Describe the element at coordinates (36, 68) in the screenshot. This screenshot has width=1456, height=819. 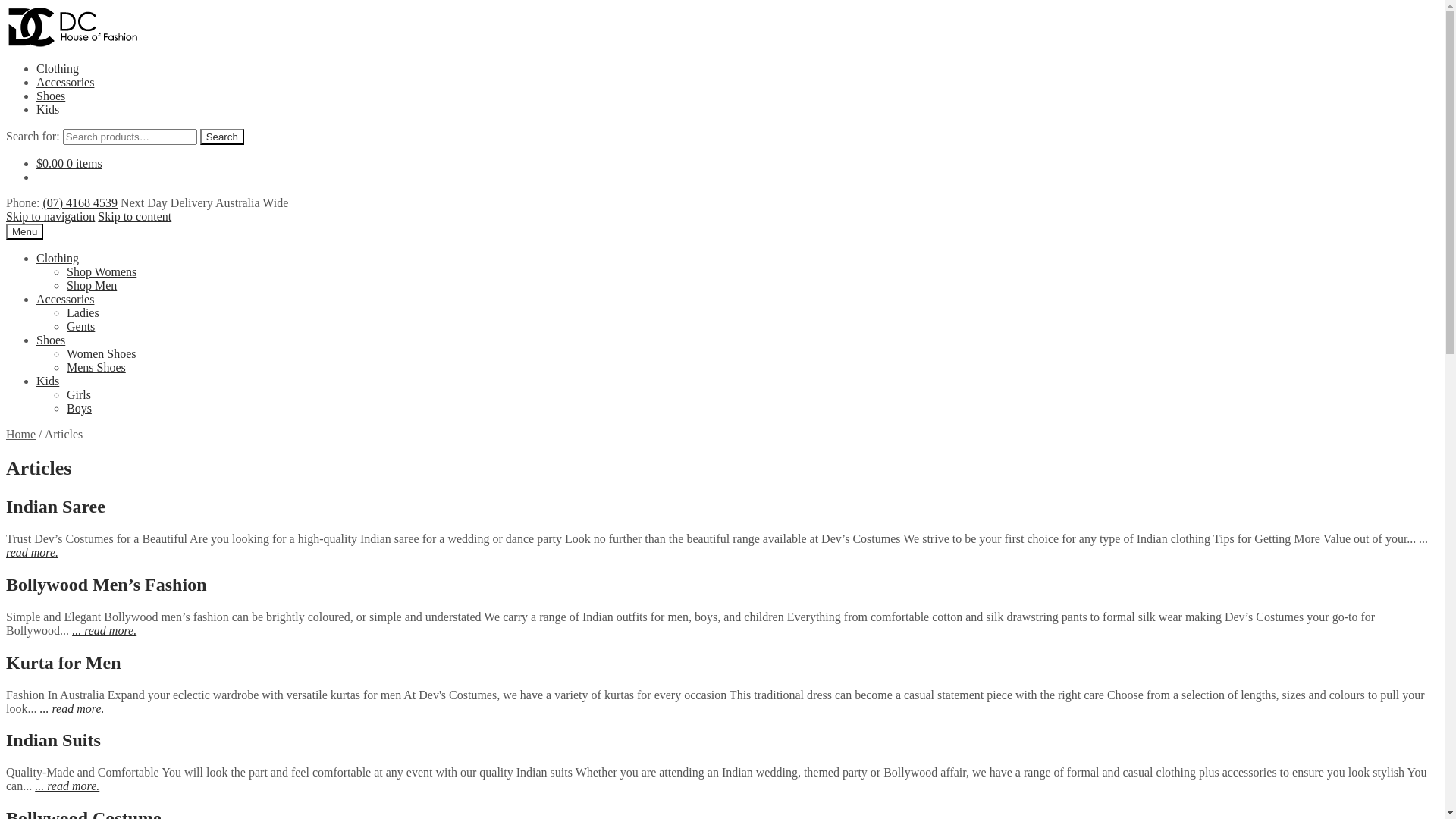
I see `'Clothing'` at that location.